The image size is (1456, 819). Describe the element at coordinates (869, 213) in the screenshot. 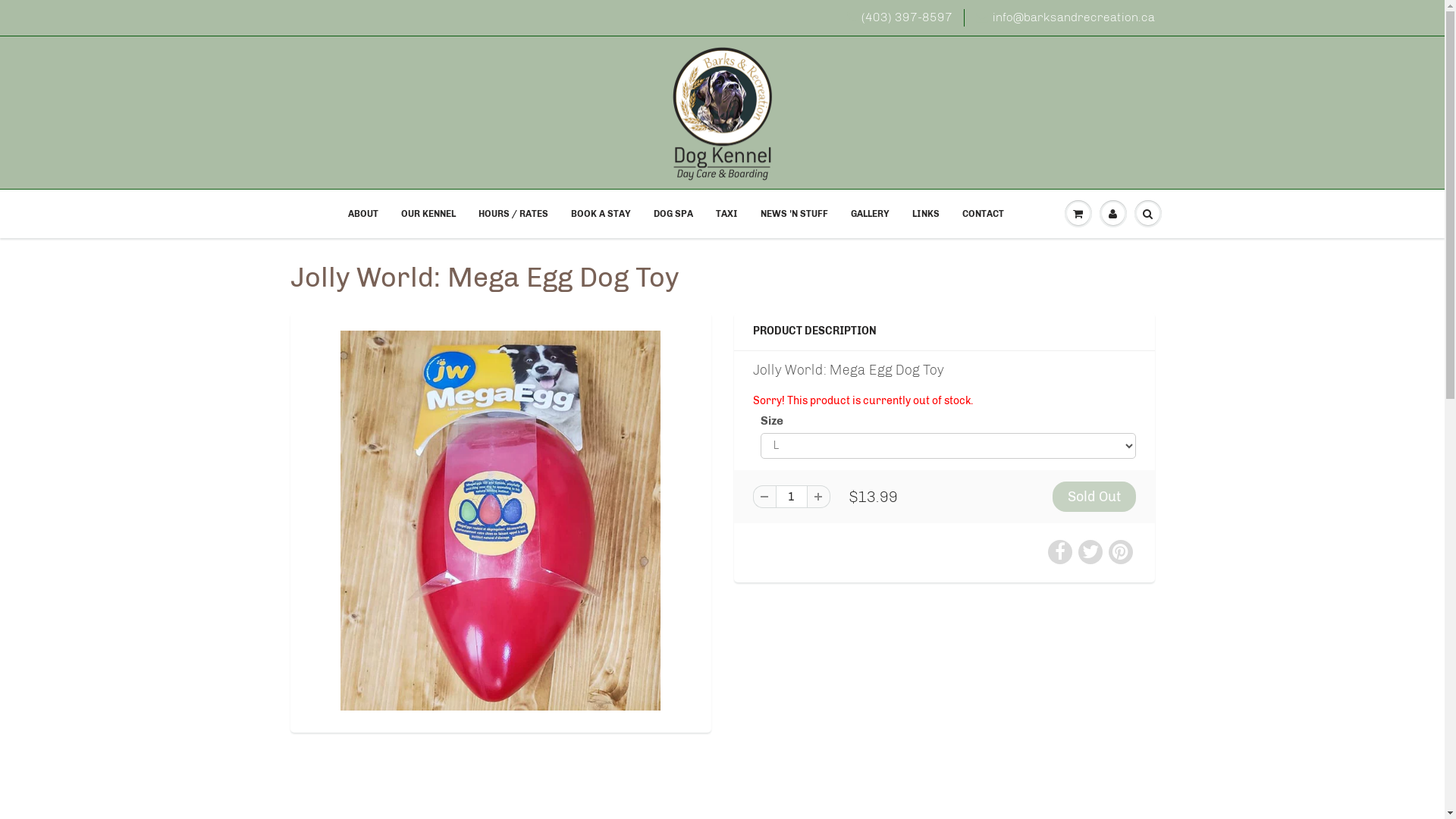

I see `'GALLERY'` at that location.